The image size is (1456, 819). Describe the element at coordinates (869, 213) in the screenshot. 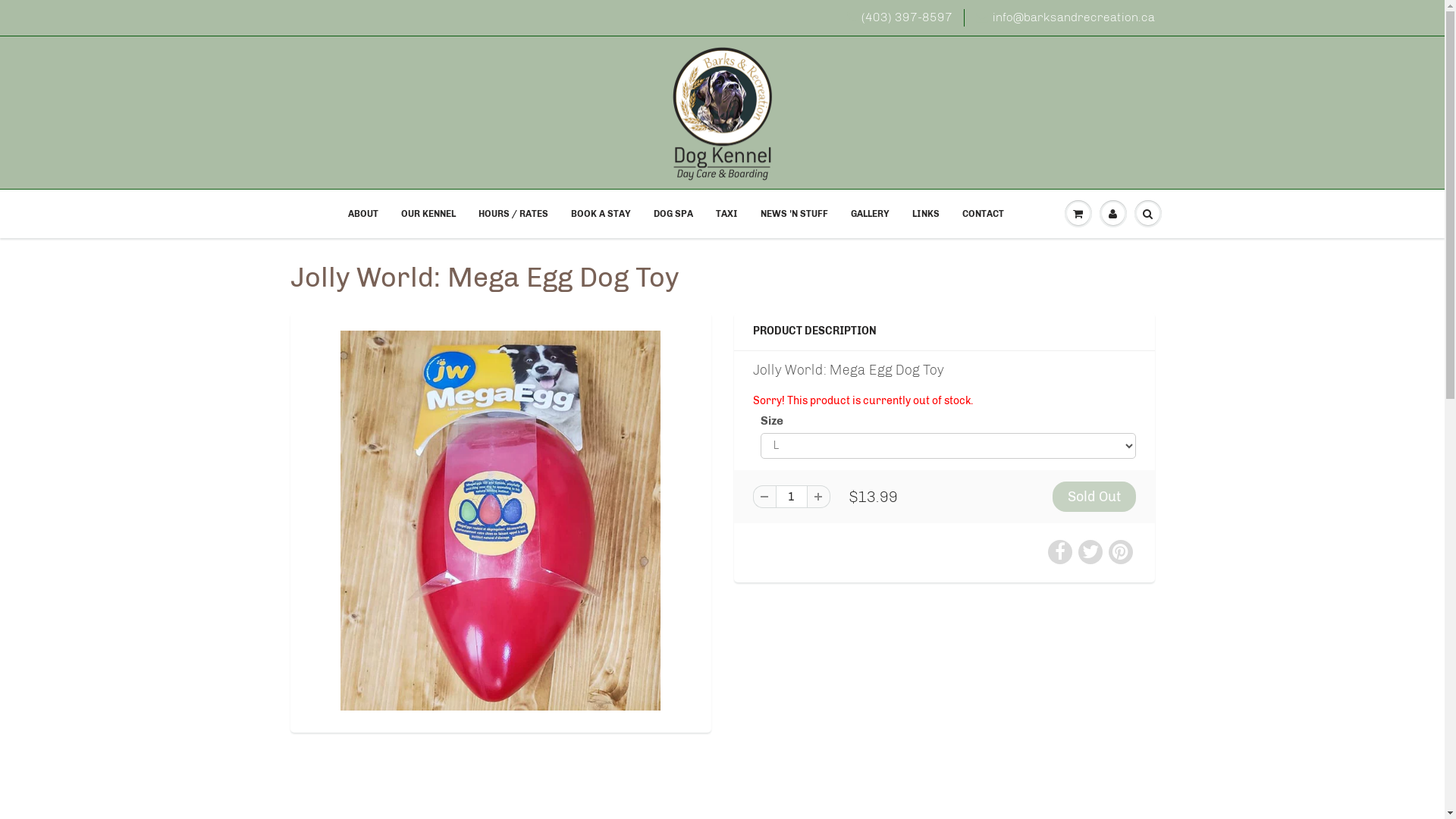

I see `'GALLERY'` at that location.